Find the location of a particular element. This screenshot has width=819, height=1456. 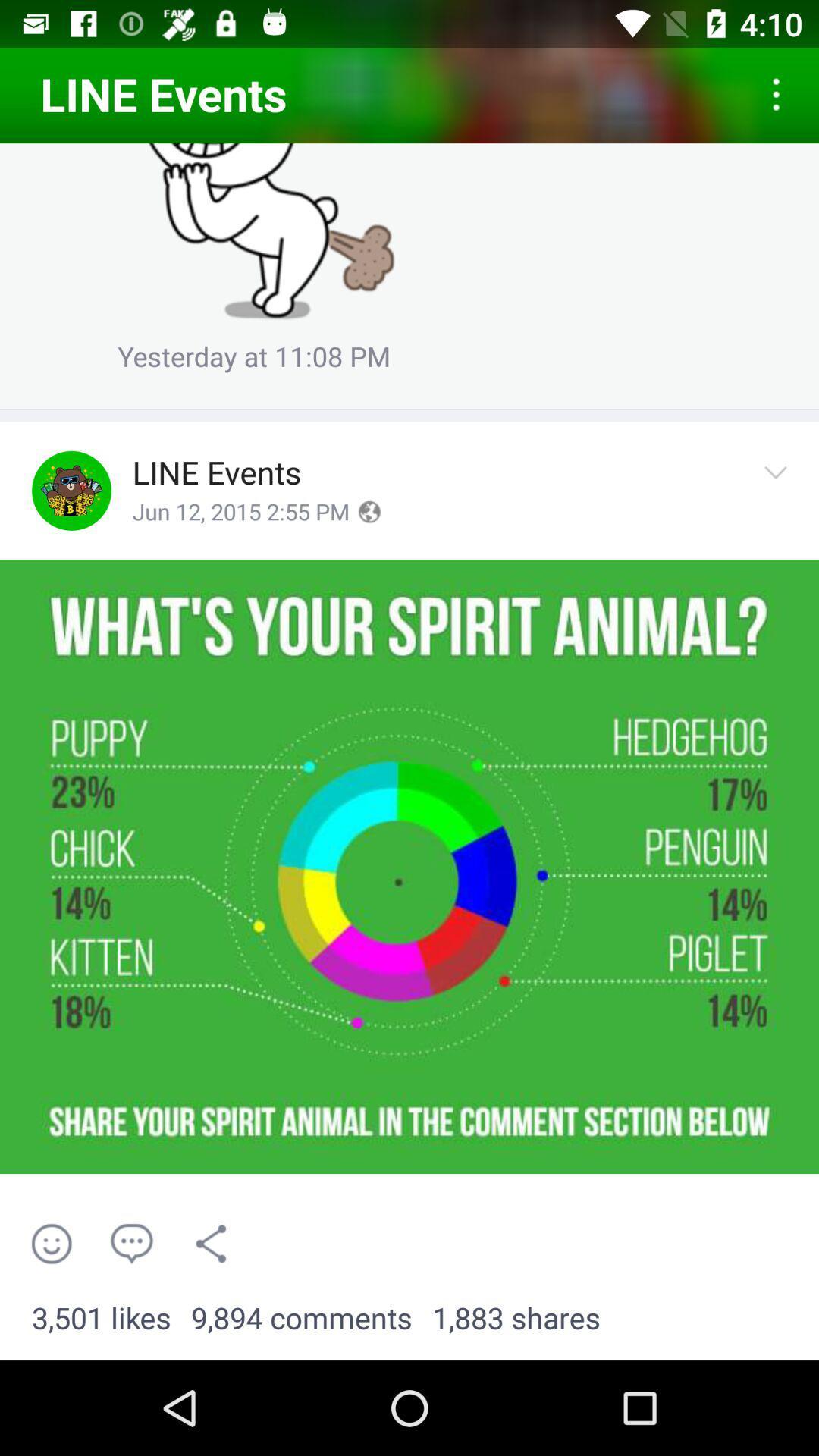

the item above 3,501 likes is located at coordinates (51, 1244).